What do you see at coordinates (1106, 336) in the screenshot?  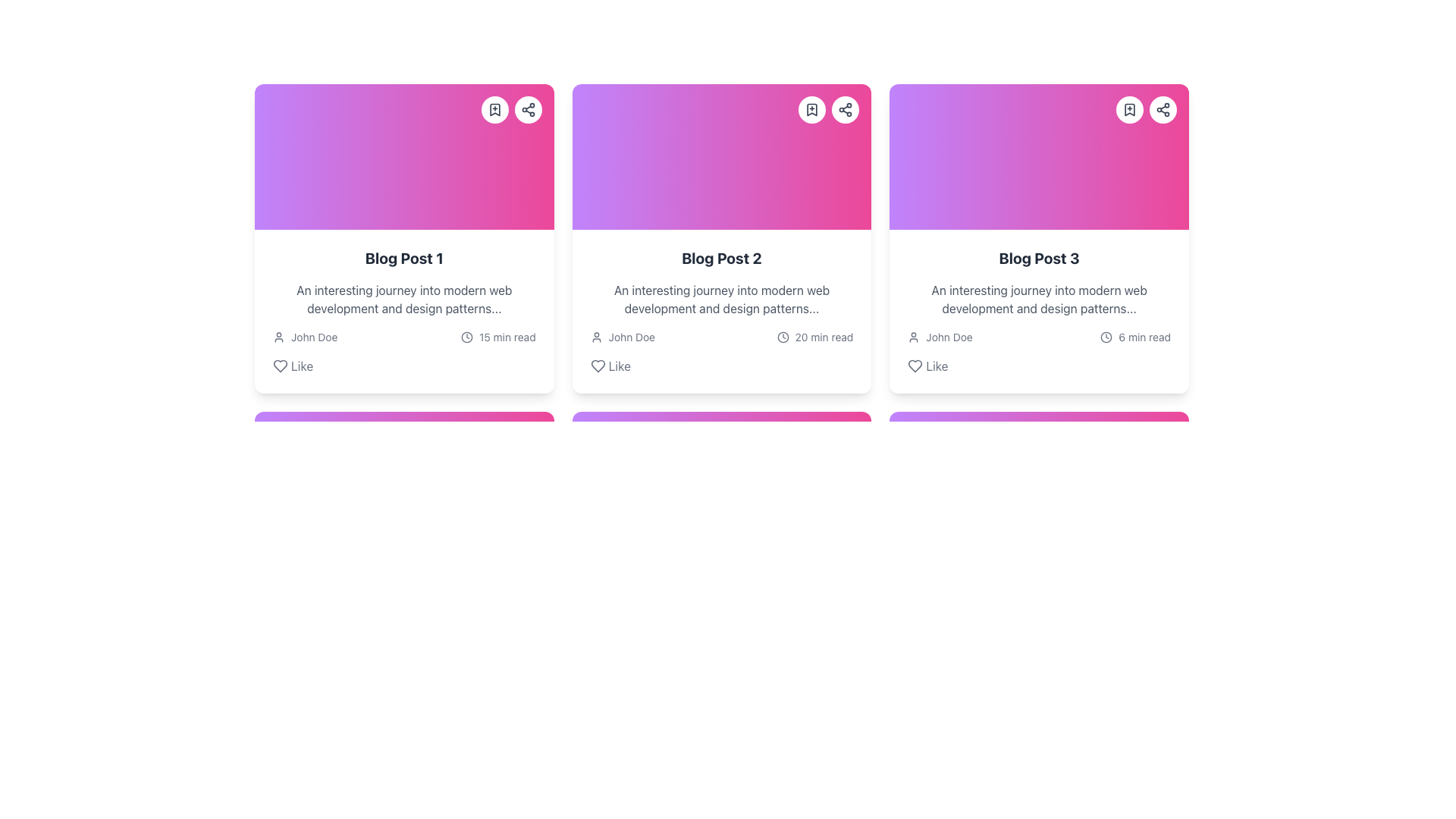 I see `the Circle shape element within the clock icon located at the top-right corner of the 'Blog Post 3' card, which serves as the outer border of the clock icon` at bounding box center [1106, 336].